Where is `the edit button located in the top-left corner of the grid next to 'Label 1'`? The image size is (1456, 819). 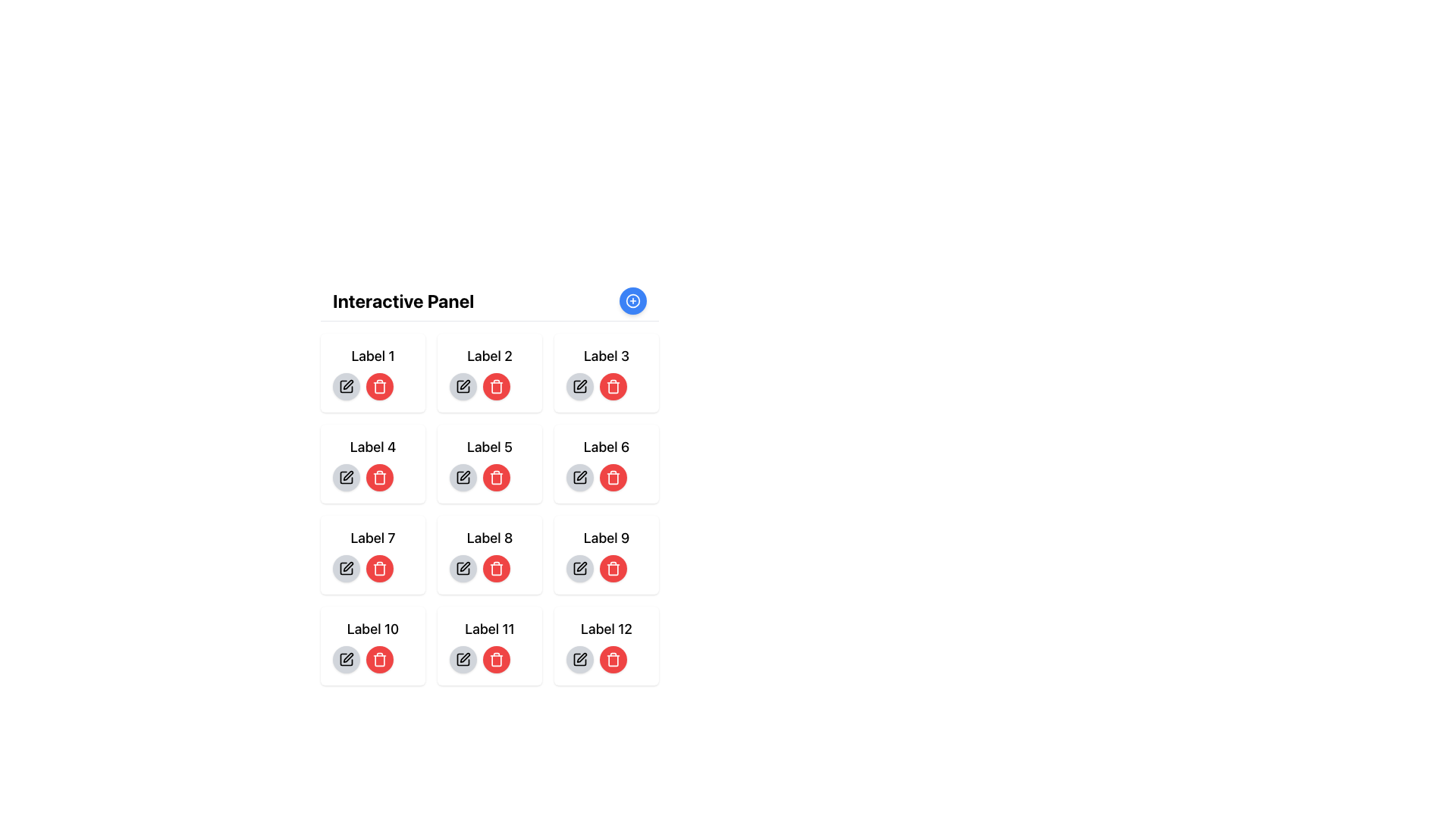 the edit button located in the top-left corner of the grid next to 'Label 1' is located at coordinates (345, 385).